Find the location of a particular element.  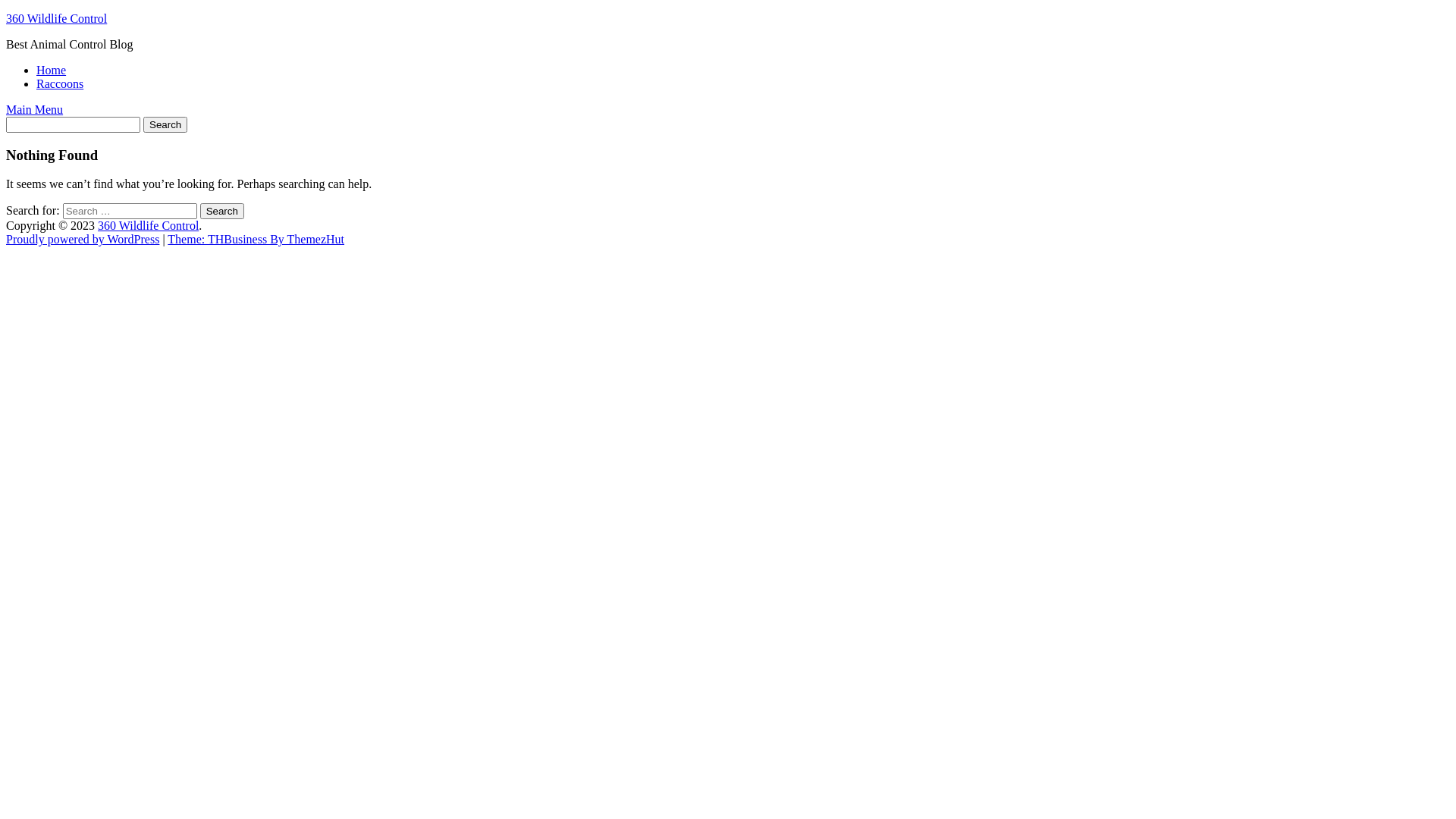

'Main Menu' is located at coordinates (34, 108).